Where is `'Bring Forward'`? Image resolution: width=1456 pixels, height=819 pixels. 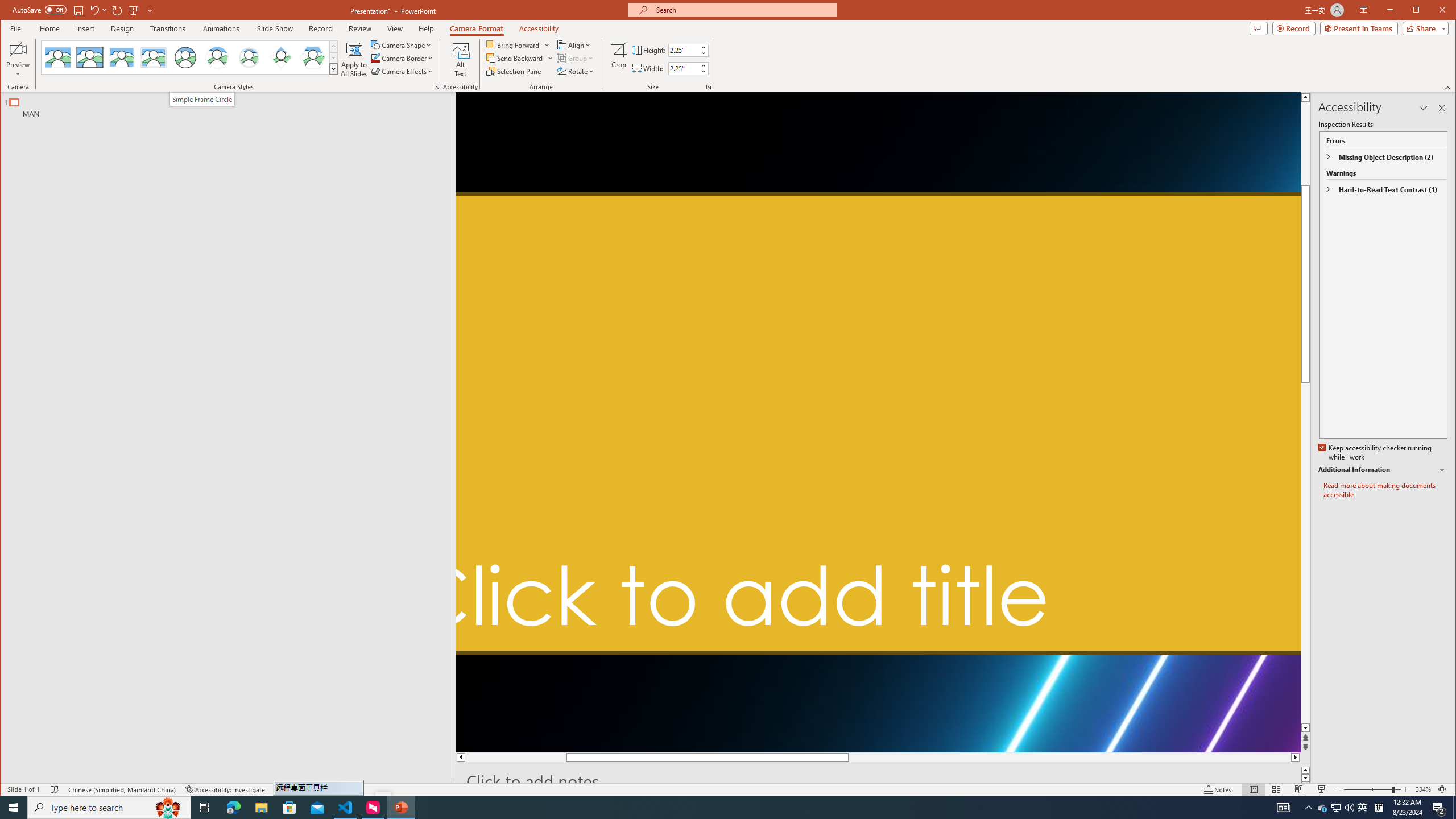 'Bring Forward' is located at coordinates (518, 44).